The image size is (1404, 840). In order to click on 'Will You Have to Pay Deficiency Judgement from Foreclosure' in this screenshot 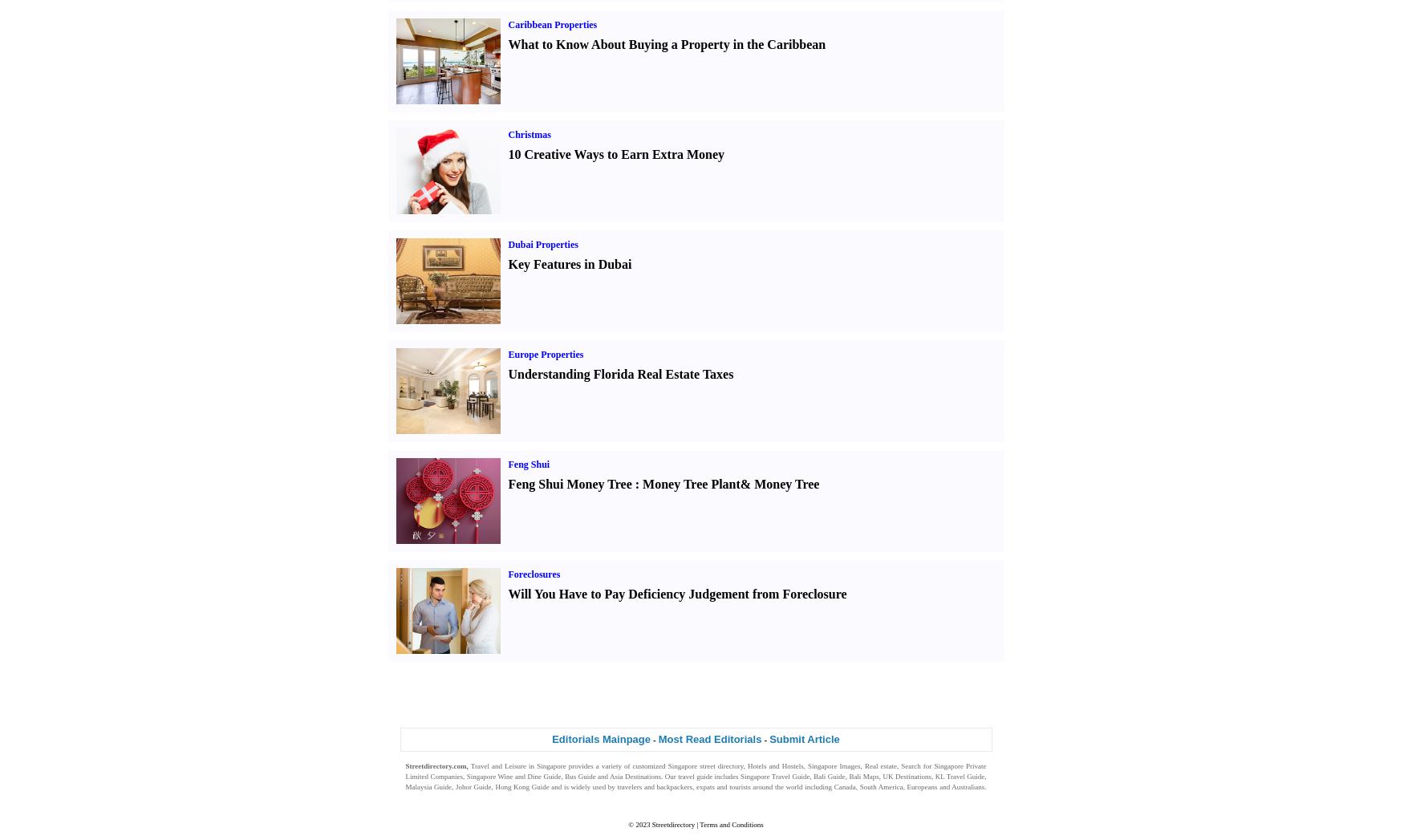, I will do `click(677, 594)`.